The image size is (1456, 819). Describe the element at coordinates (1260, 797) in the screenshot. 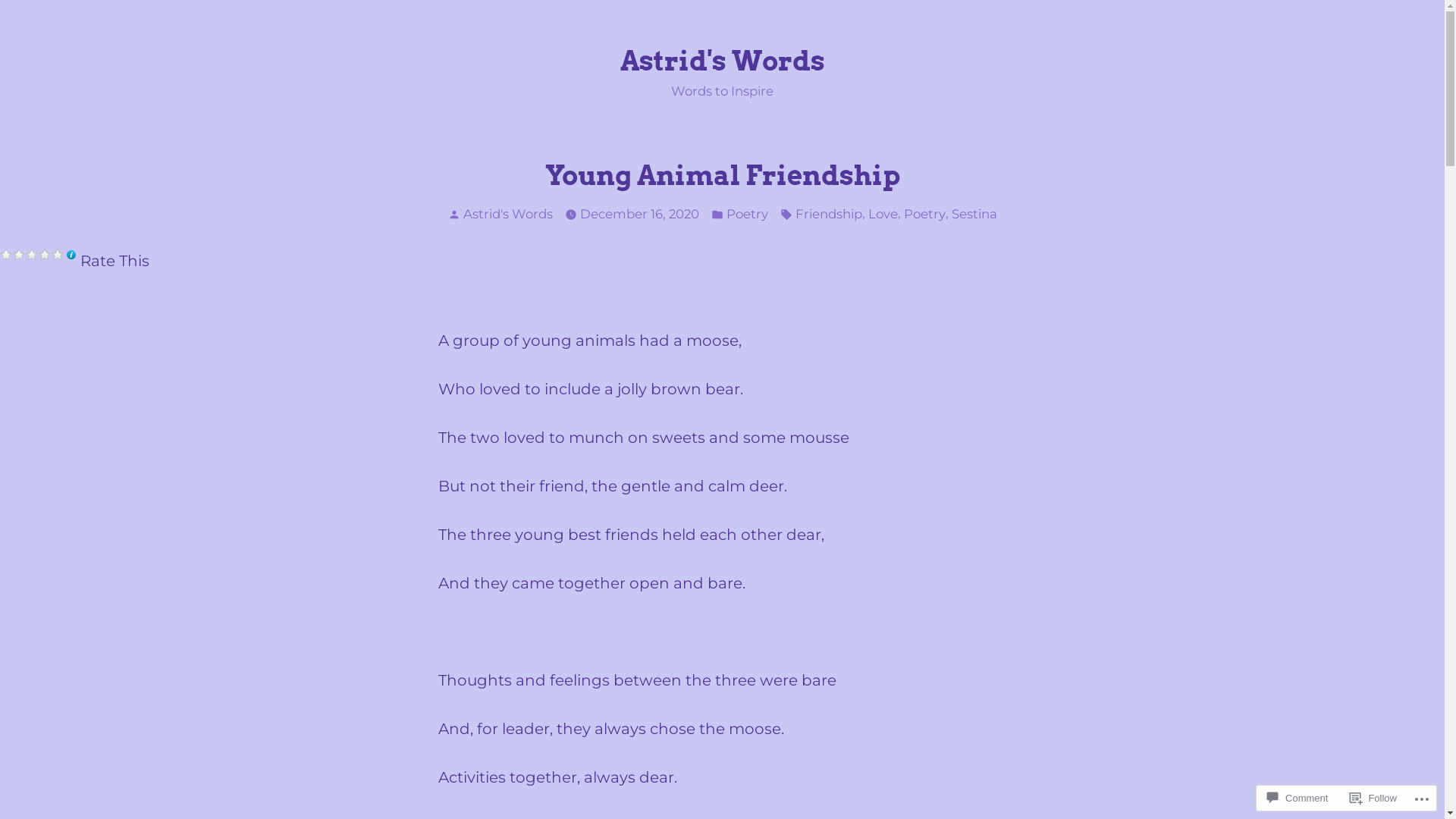

I see `'Comment'` at that location.